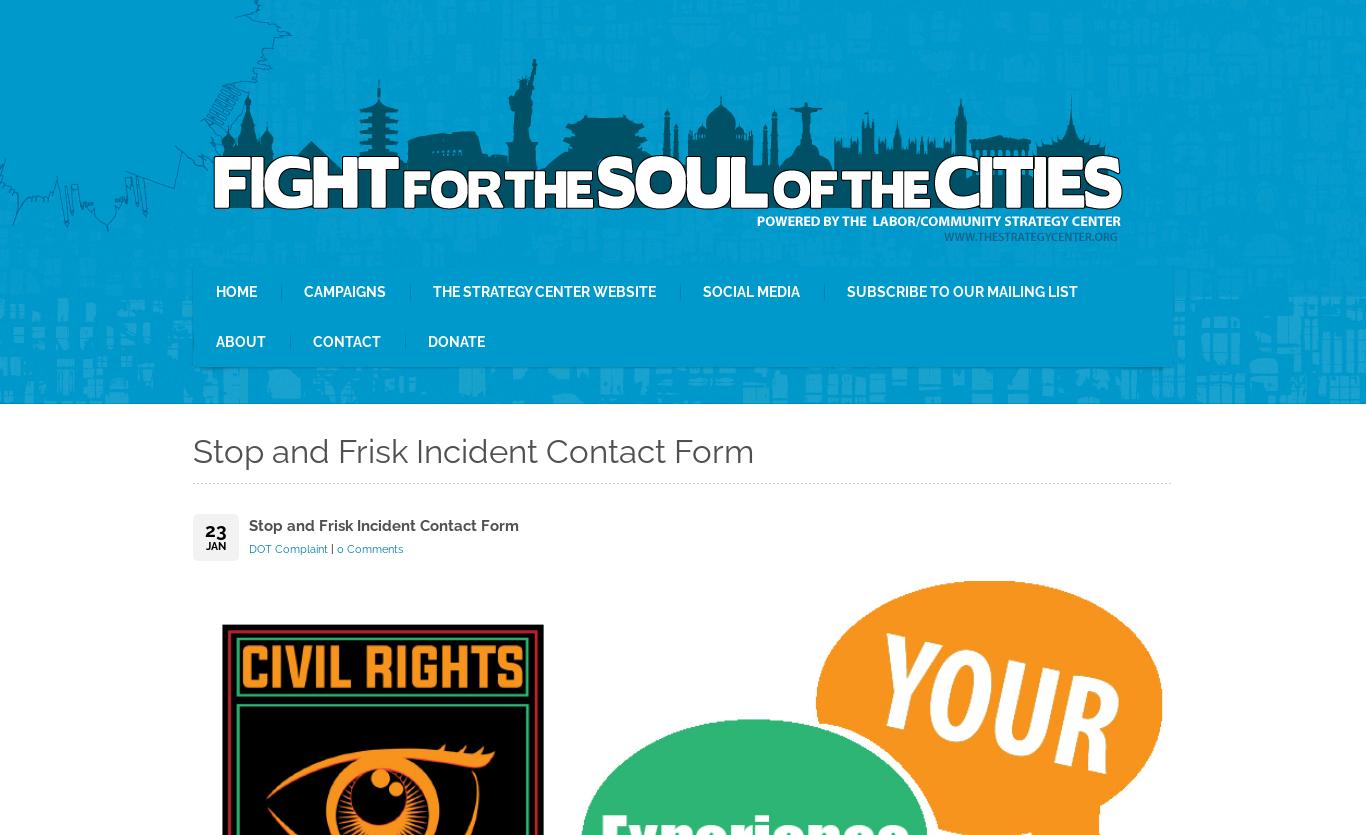 This screenshot has height=835, width=1366. Describe the element at coordinates (432, 290) in the screenshot. I see `'The Strategy Center Website'` at that location.